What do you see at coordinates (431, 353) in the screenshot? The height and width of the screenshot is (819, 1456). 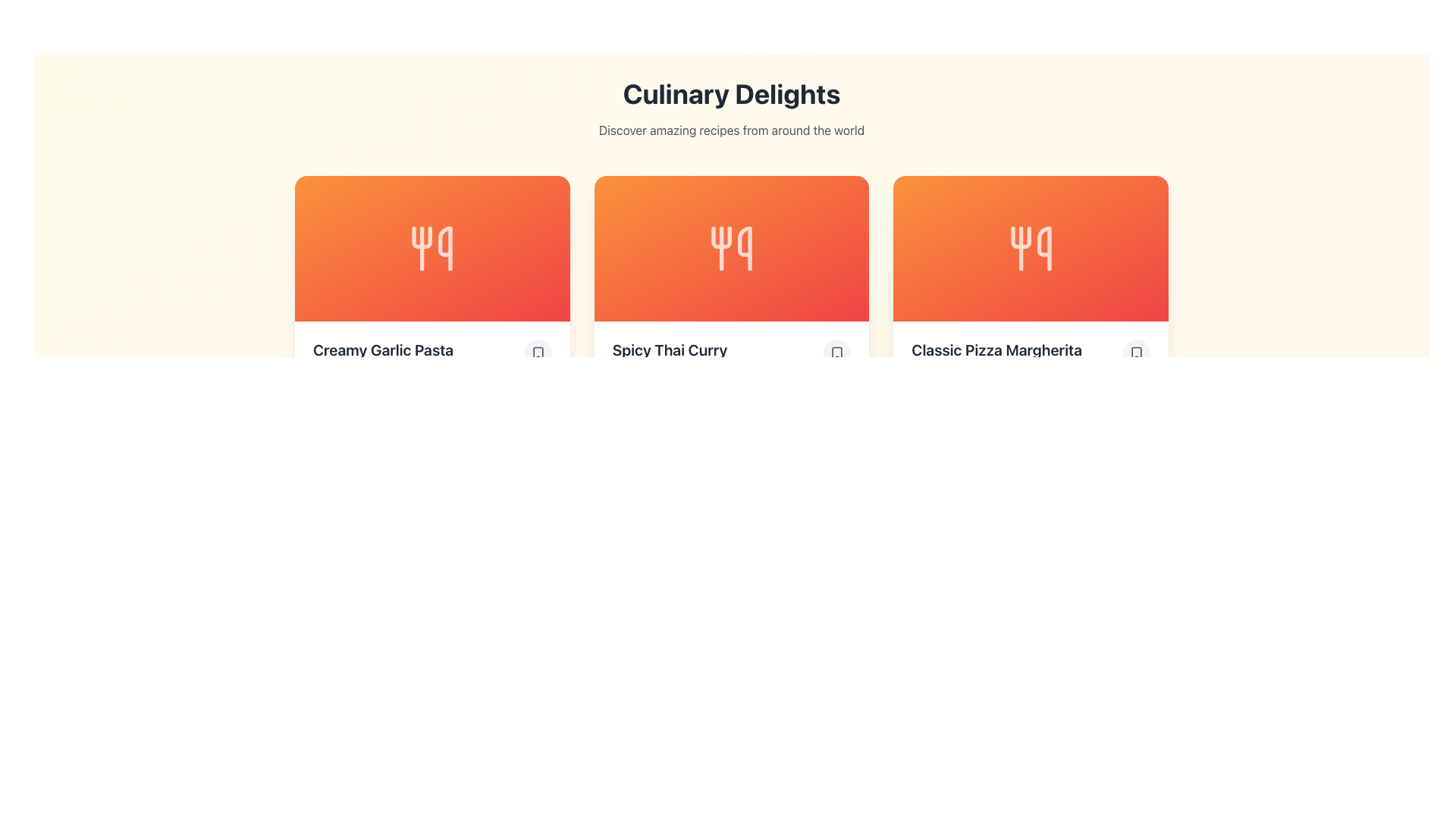 I see `the 'Creamy Garlic Pasta' text in bold, dark-grey` at bounding box center [431, 353].